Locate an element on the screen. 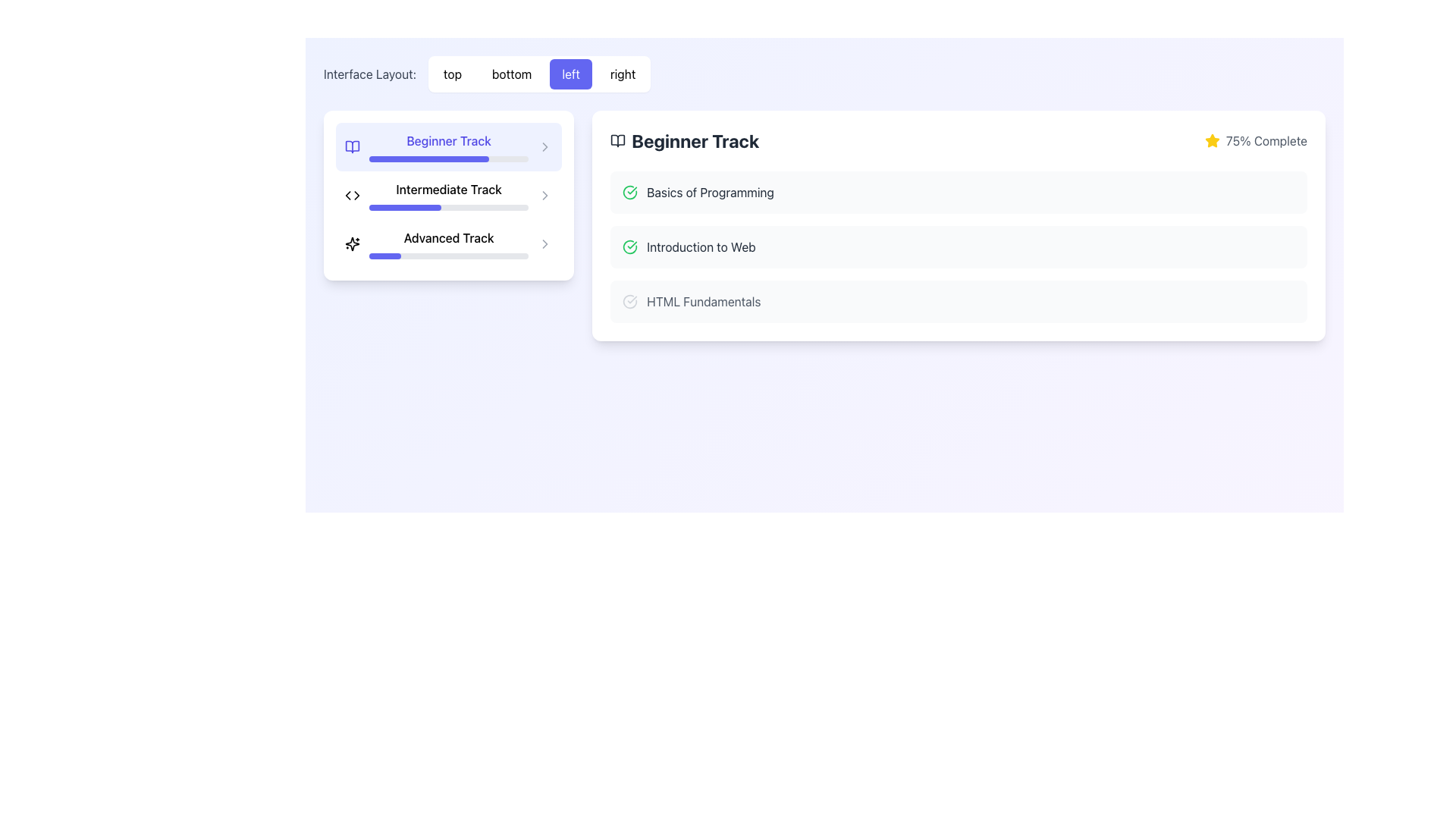  the 'Advanced Track' selectable list item is located at coordinates (448, 243).